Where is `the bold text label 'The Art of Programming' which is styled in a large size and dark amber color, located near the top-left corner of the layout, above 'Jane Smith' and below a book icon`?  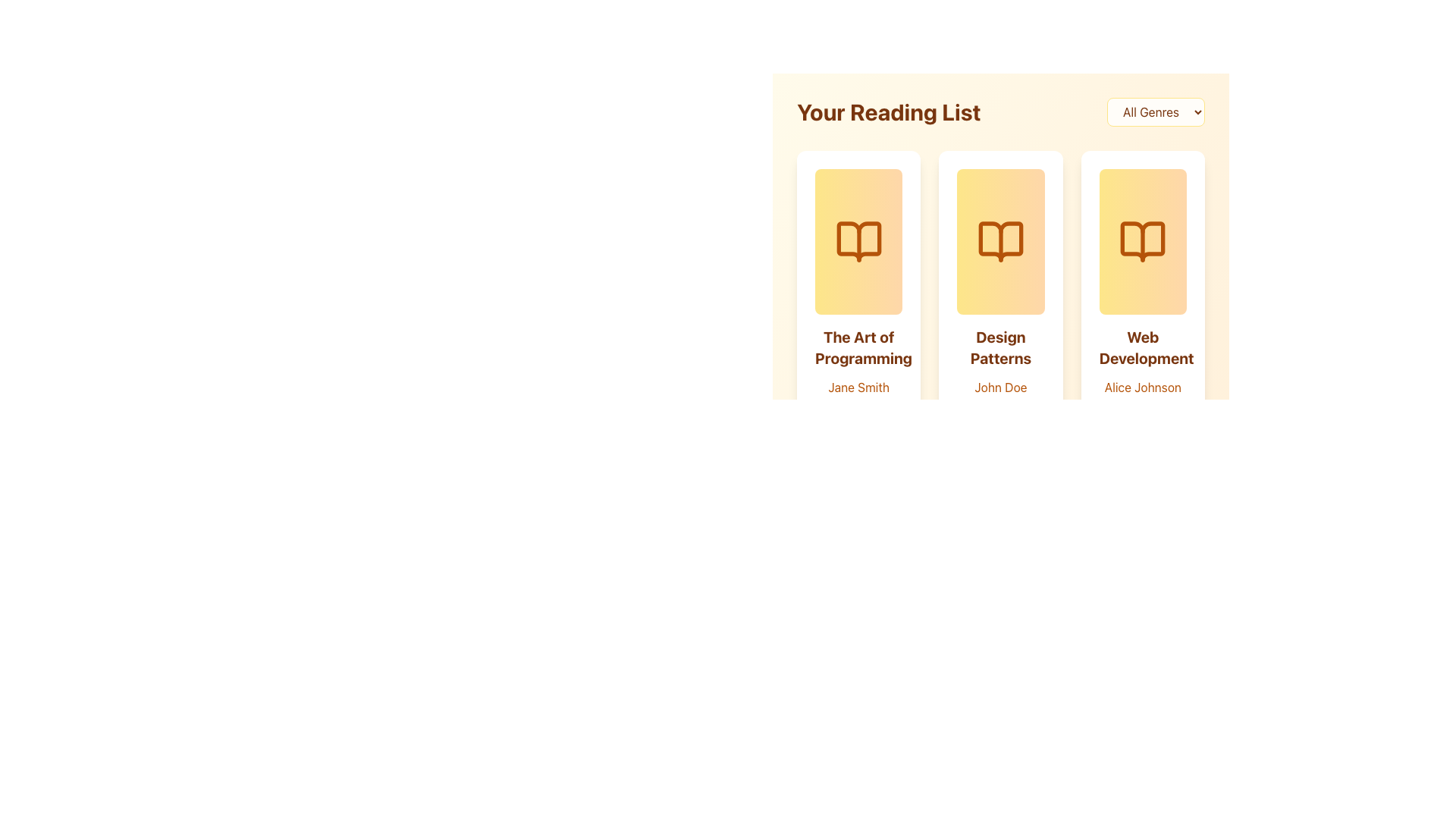 the bold text label 'The Art of Programming' which is styled in a large size and dark amber color, located near the top-left corner of the layout, above 'Jane Smith' and below a book icon is located at coordinates (858, 348).